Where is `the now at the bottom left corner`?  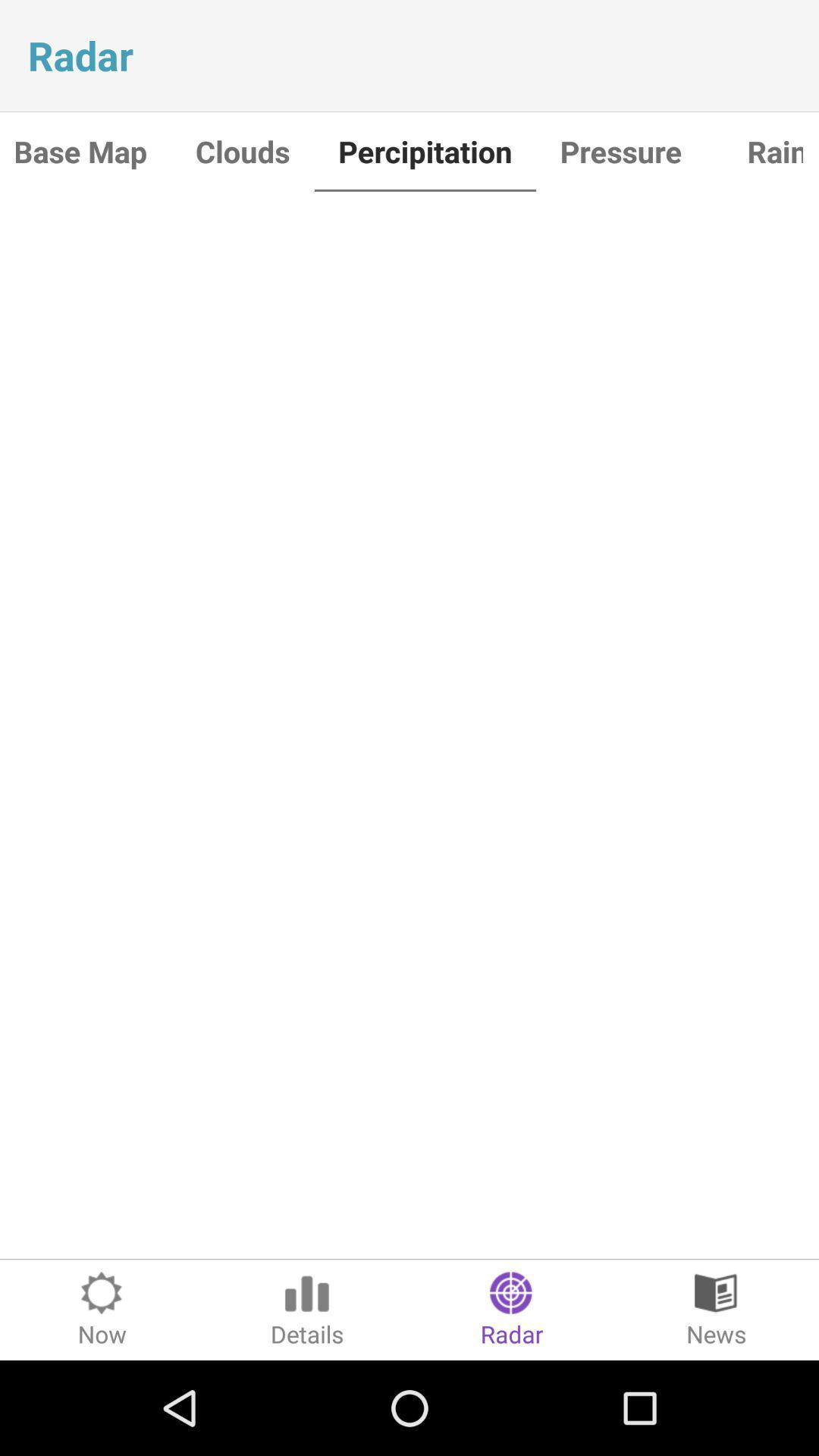 the now at the bottom left corner is located at coordinates (102, 1309).